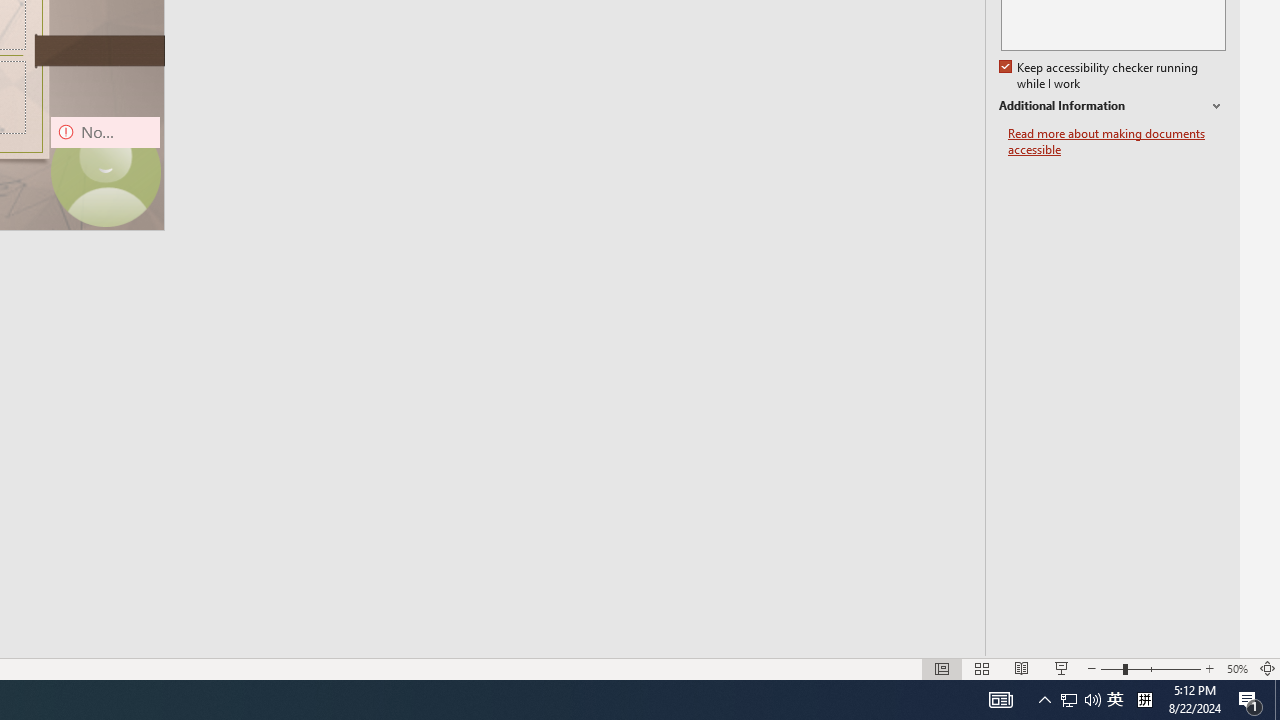  I want to click on 'Zoom 50%', so click(1236, 669).